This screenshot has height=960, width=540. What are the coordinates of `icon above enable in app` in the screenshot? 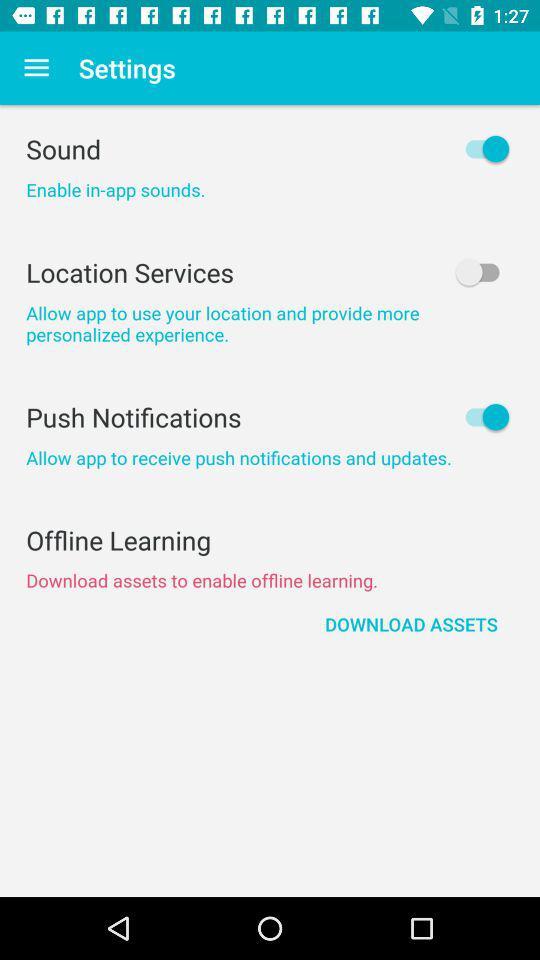 It's located at (270, 148).